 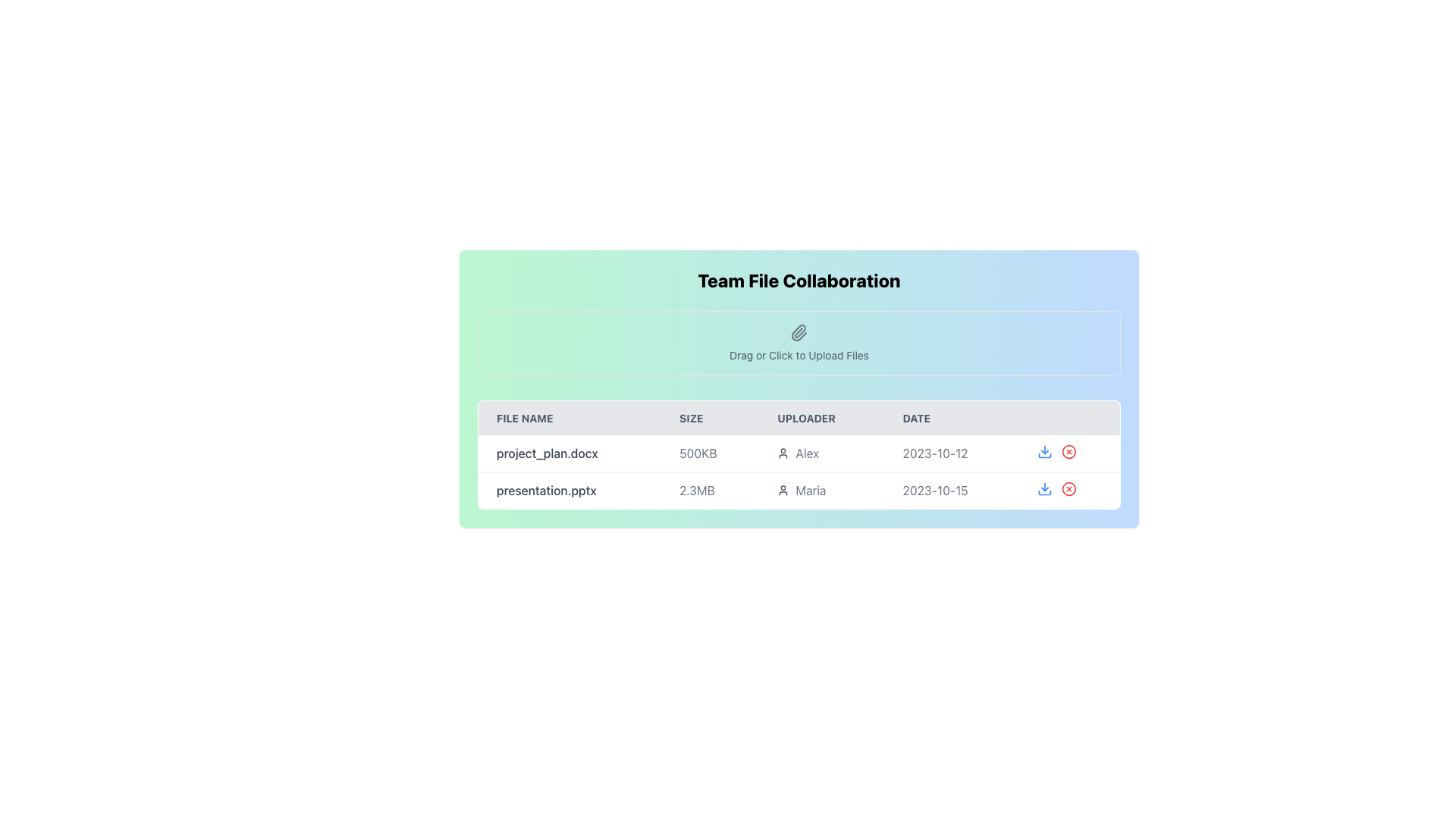 What do you see at coordinates (821, 491) in the screenshot?
I see `the Text label indicating the uploader 'Maria' in the third column of the second row of the file information table` at bounding box center [821, 491].